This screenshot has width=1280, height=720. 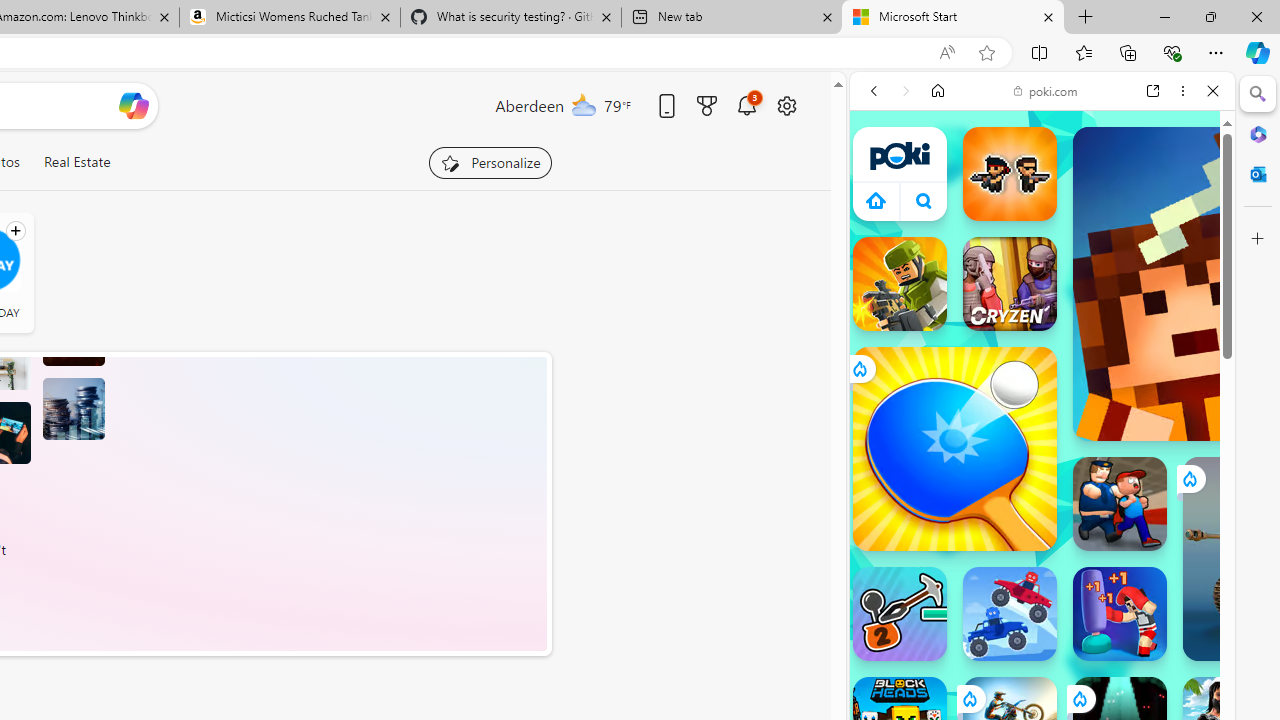 I want to click on 'Zombie Rush Zombie Rush', so click(x=1009, y=172).